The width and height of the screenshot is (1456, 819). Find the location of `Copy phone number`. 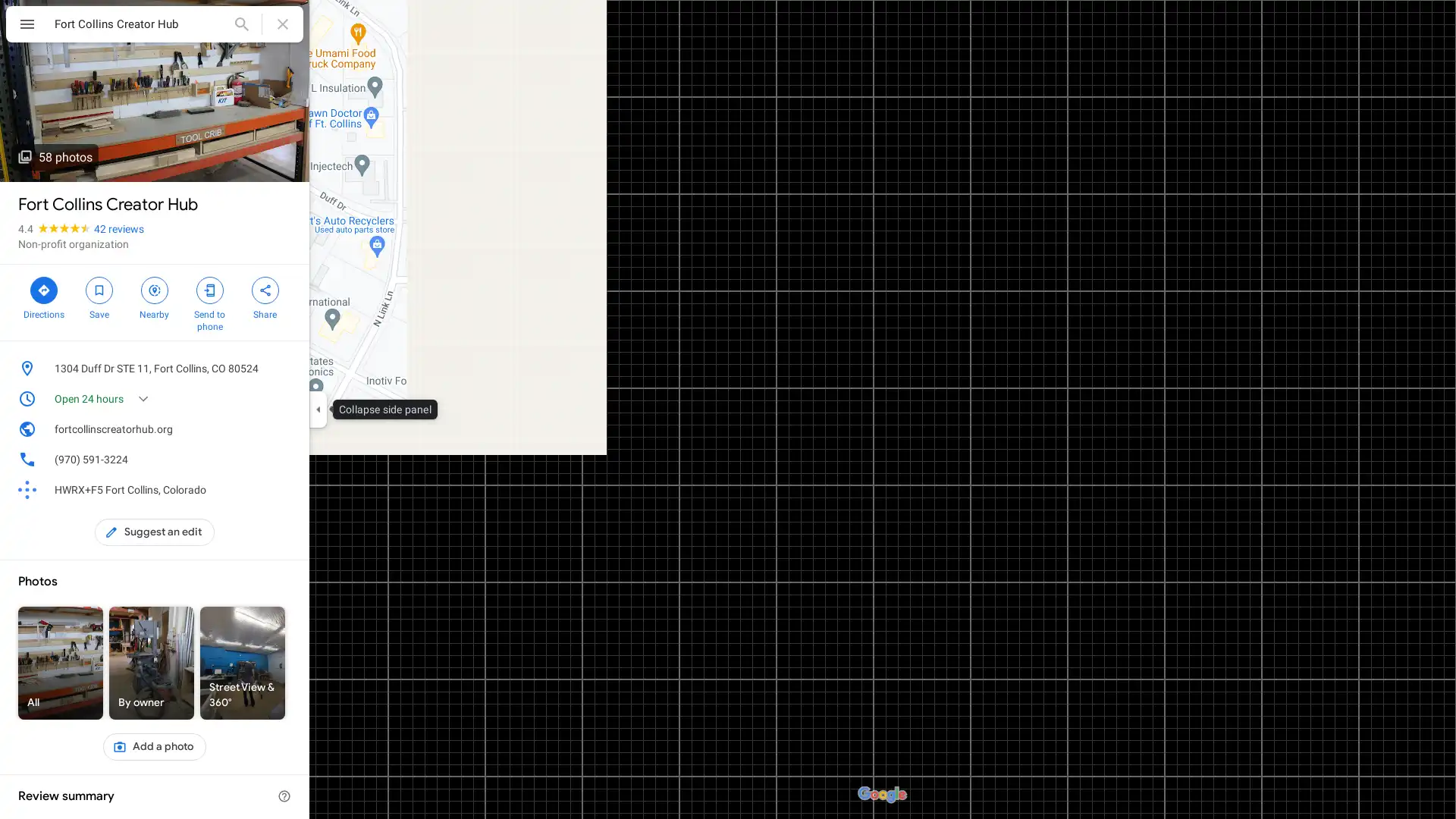

Copy phone number is located at coordinates (261, 458).